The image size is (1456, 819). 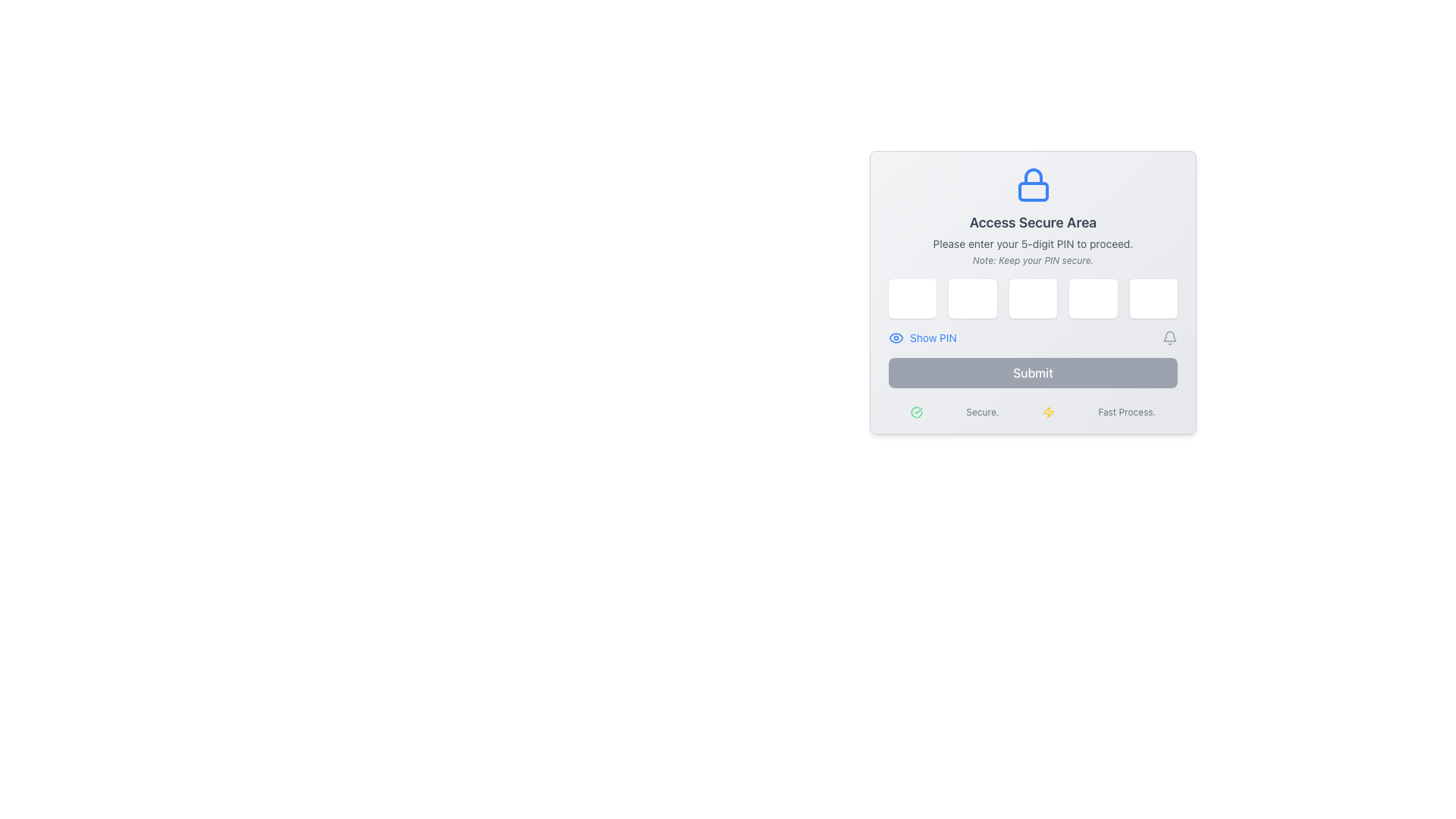 What do you see at coordinates (896, 337) in the screenshot?
I see `the Icon or Toggle visibility button located to the immediate left of the 'Show PIN' text` at bounding box center [896, 337].